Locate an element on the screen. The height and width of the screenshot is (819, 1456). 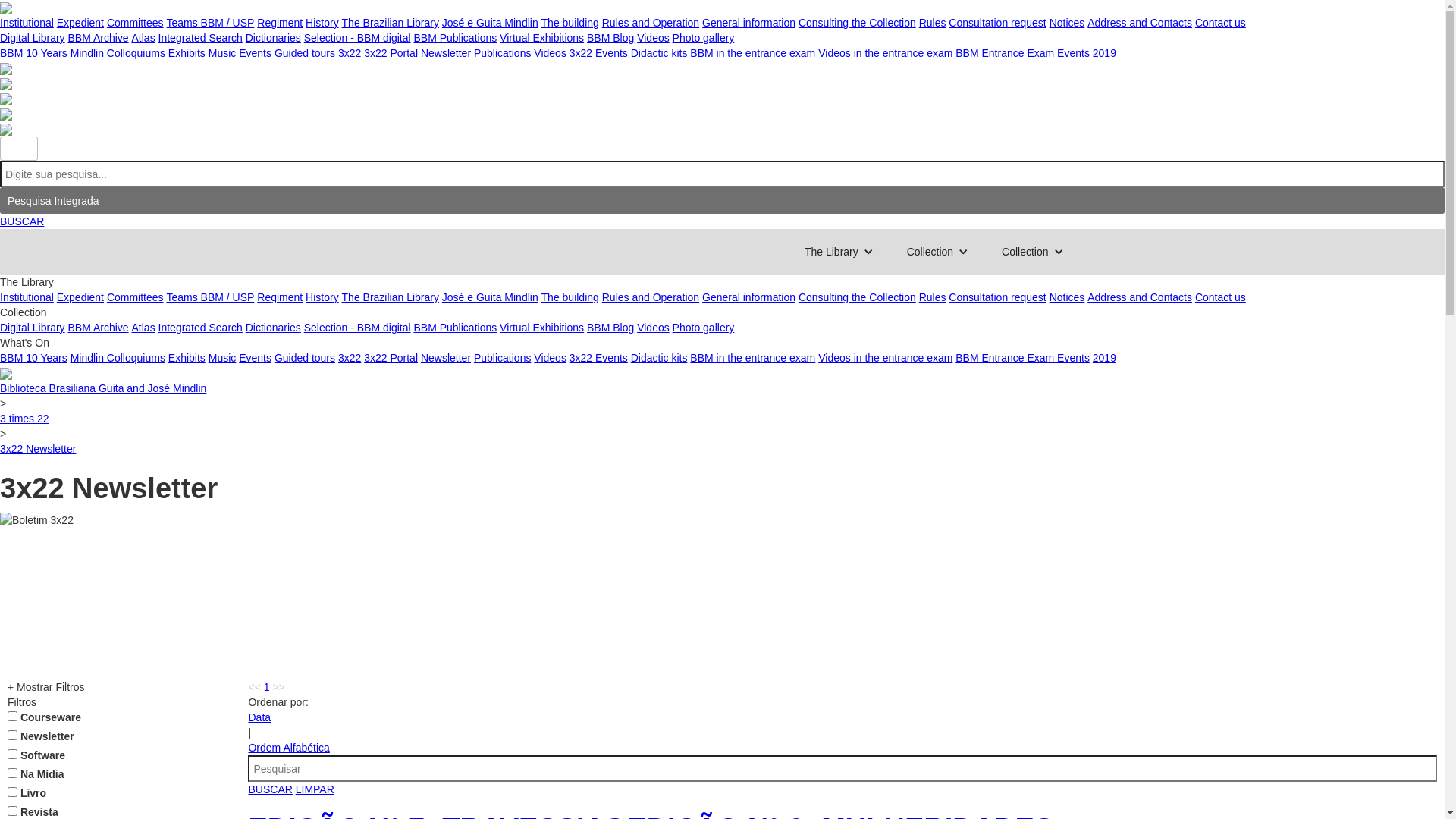
'Virtual Exhibitions' is located at coordinates (499, 37).